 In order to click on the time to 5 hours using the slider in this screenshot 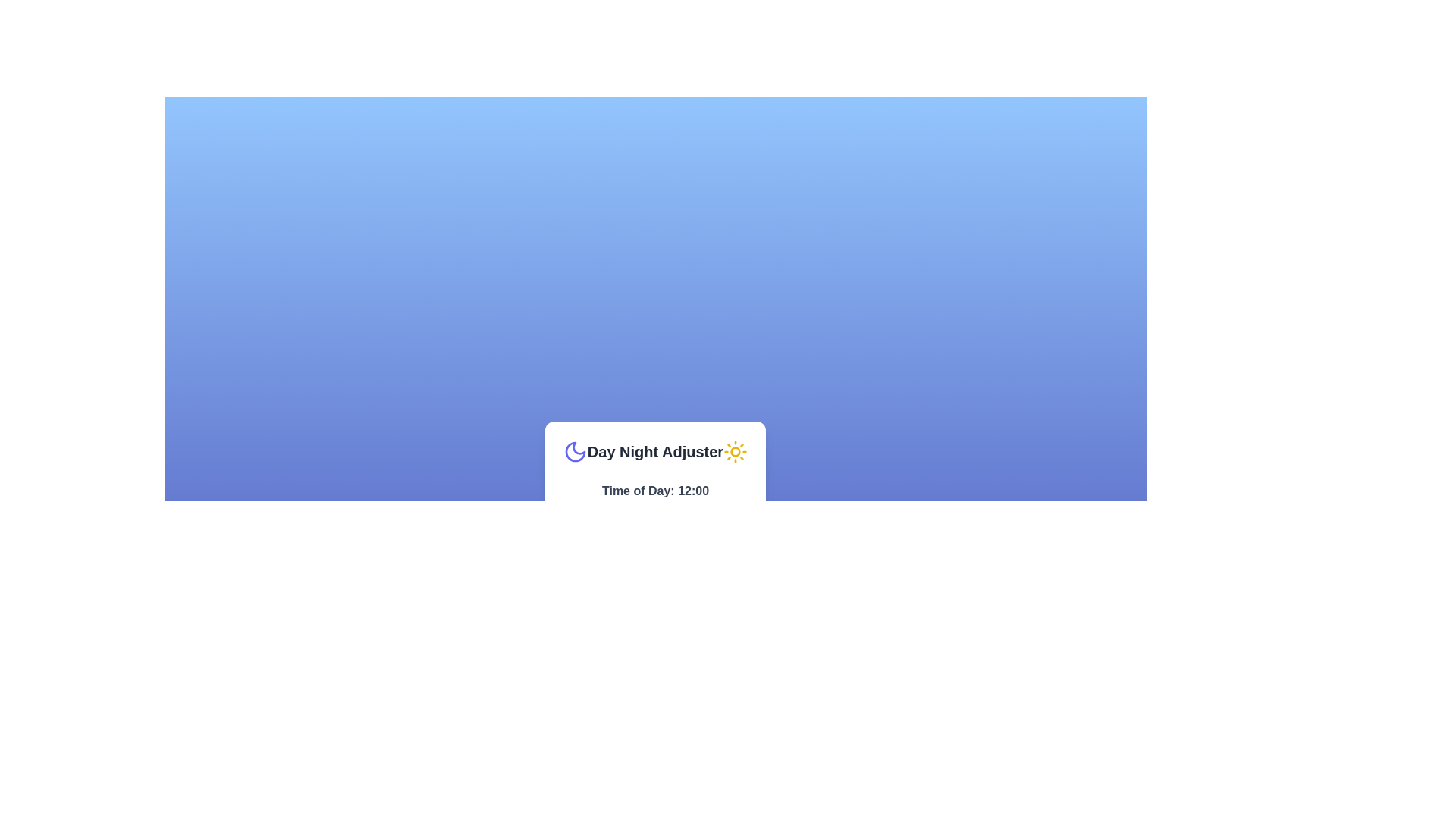, I will do `click(602, 508)`.